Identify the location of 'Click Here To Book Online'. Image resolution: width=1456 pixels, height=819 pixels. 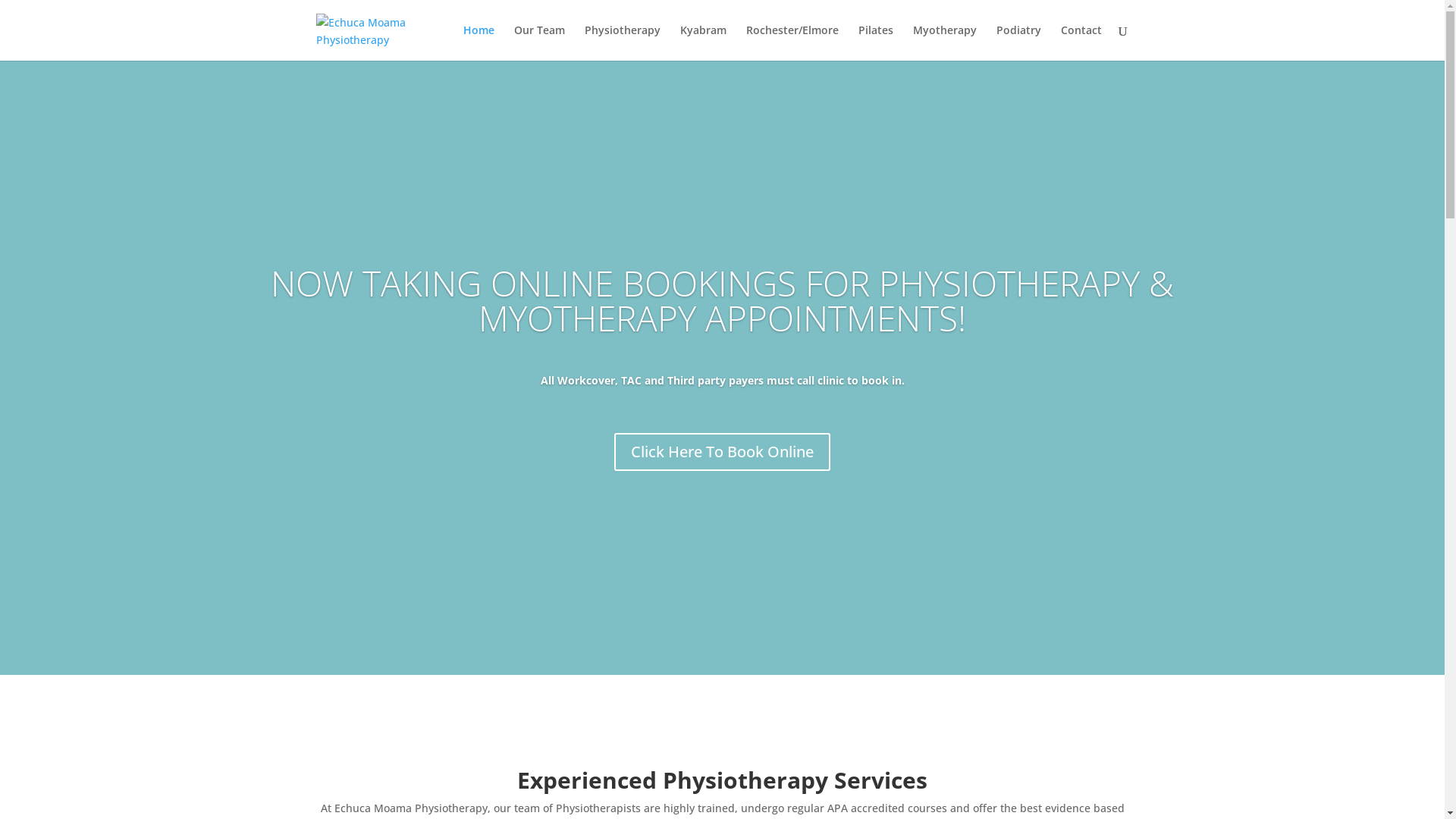
(721, 451).